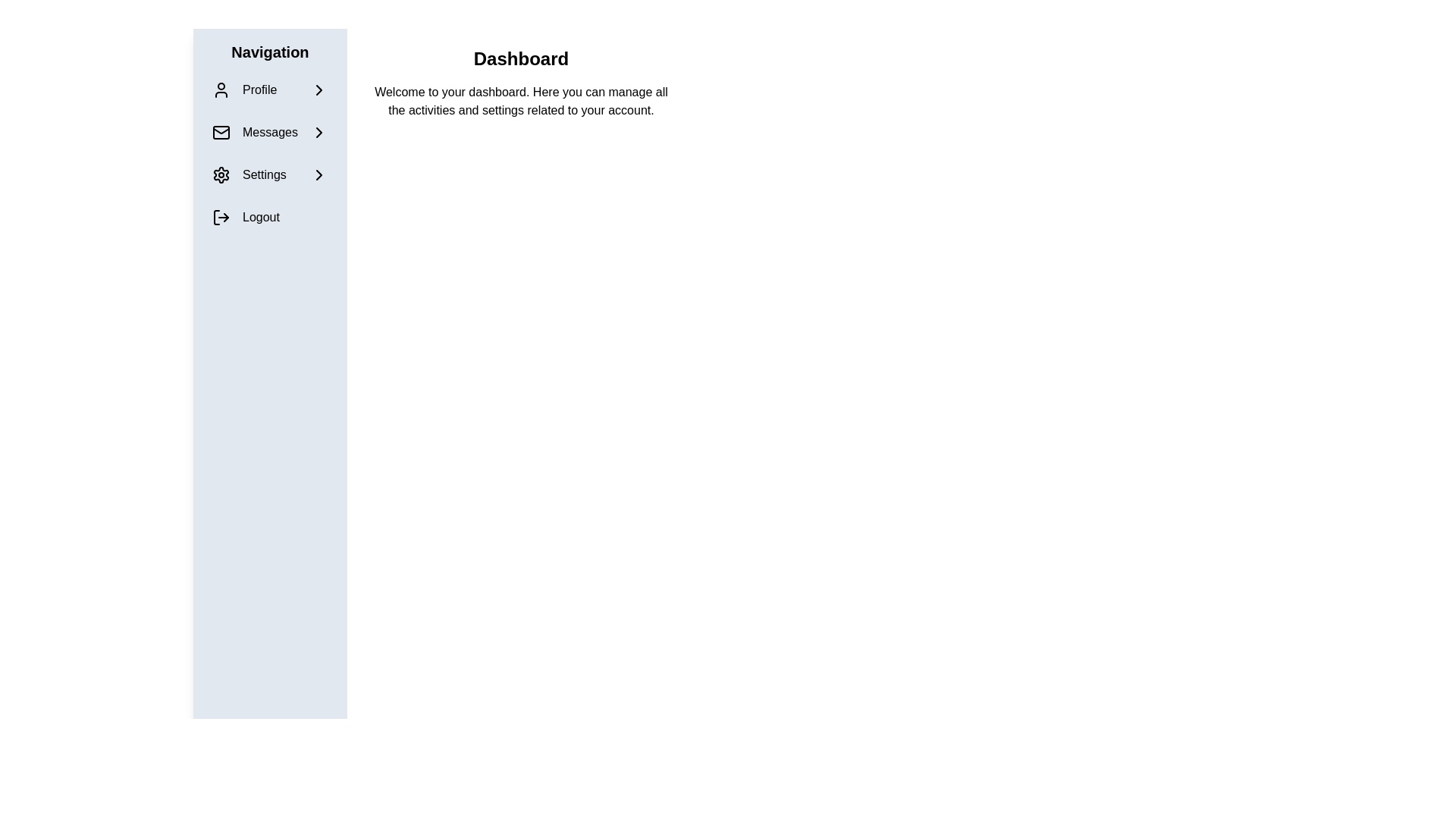 Image resolution: width=1456 pixels, height=819 pixels. Describe the element at coordinates (221, 131) in the screenshot. I see `the mail icon, which is an outlined rectangular icon located to the left of the 'Messages' text in the navigation sidebar` at that location.